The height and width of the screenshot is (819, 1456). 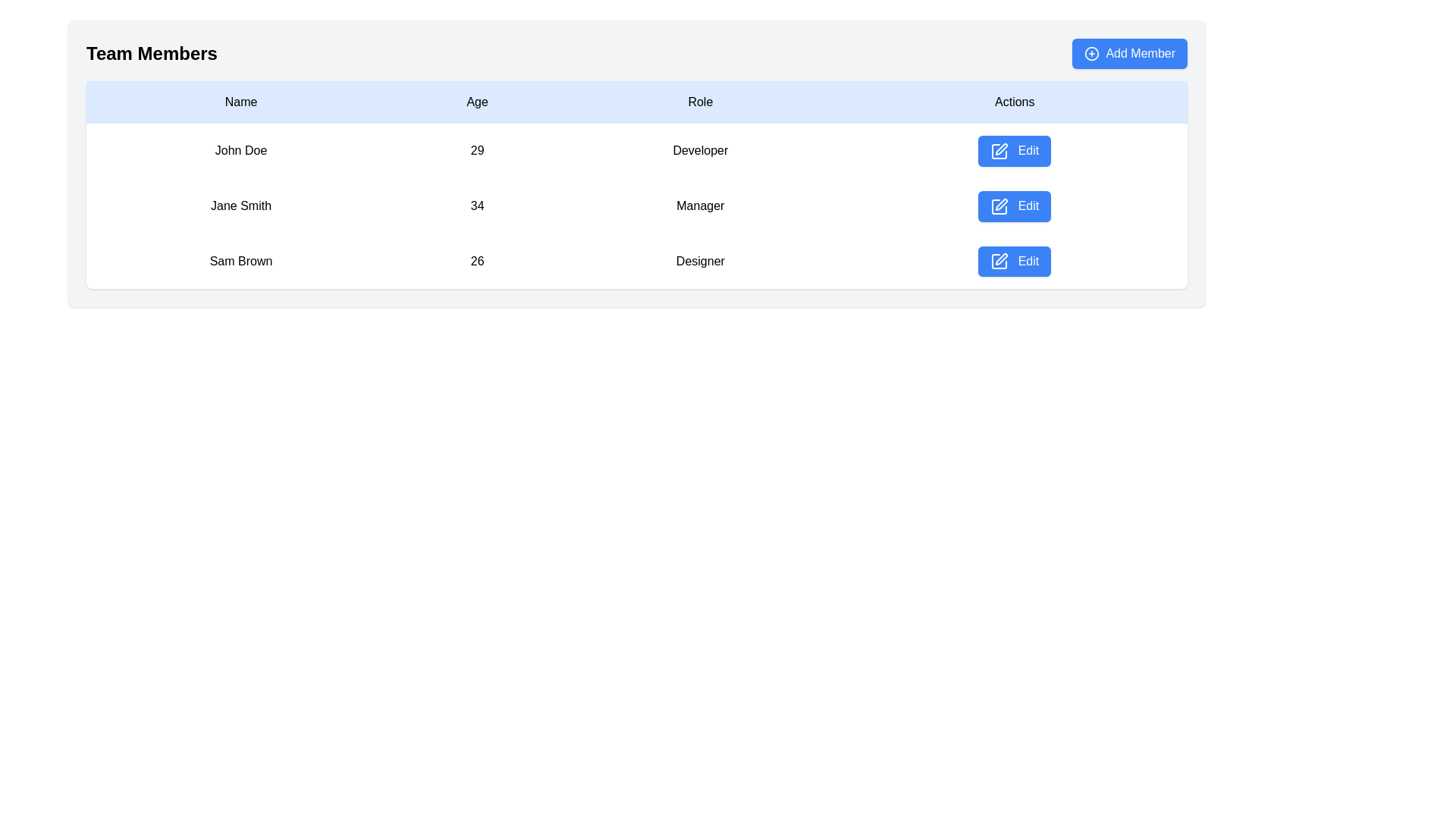 I want to click on the third row of the user details table, which is located below the rows for 'John Doe' and 'Jane Smith', so click(x=637, y=259).